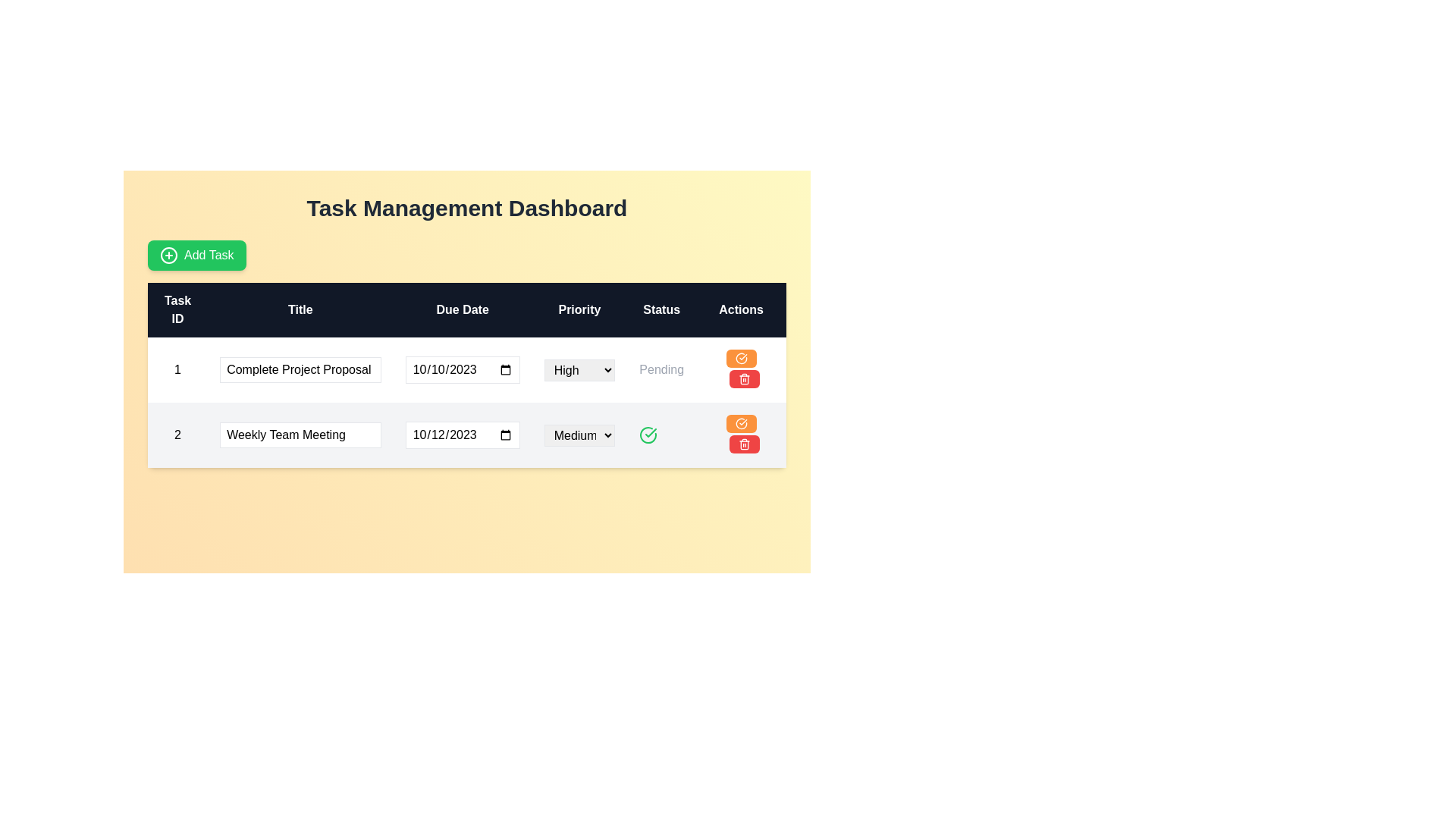 This screenshot has width=1456, height=819. What do you see at coordinates (579, 370) in the screenshot?
I see `the 'High' dropdown menu in the 'Priority' column of the task table` at bounding box center [579, 370].